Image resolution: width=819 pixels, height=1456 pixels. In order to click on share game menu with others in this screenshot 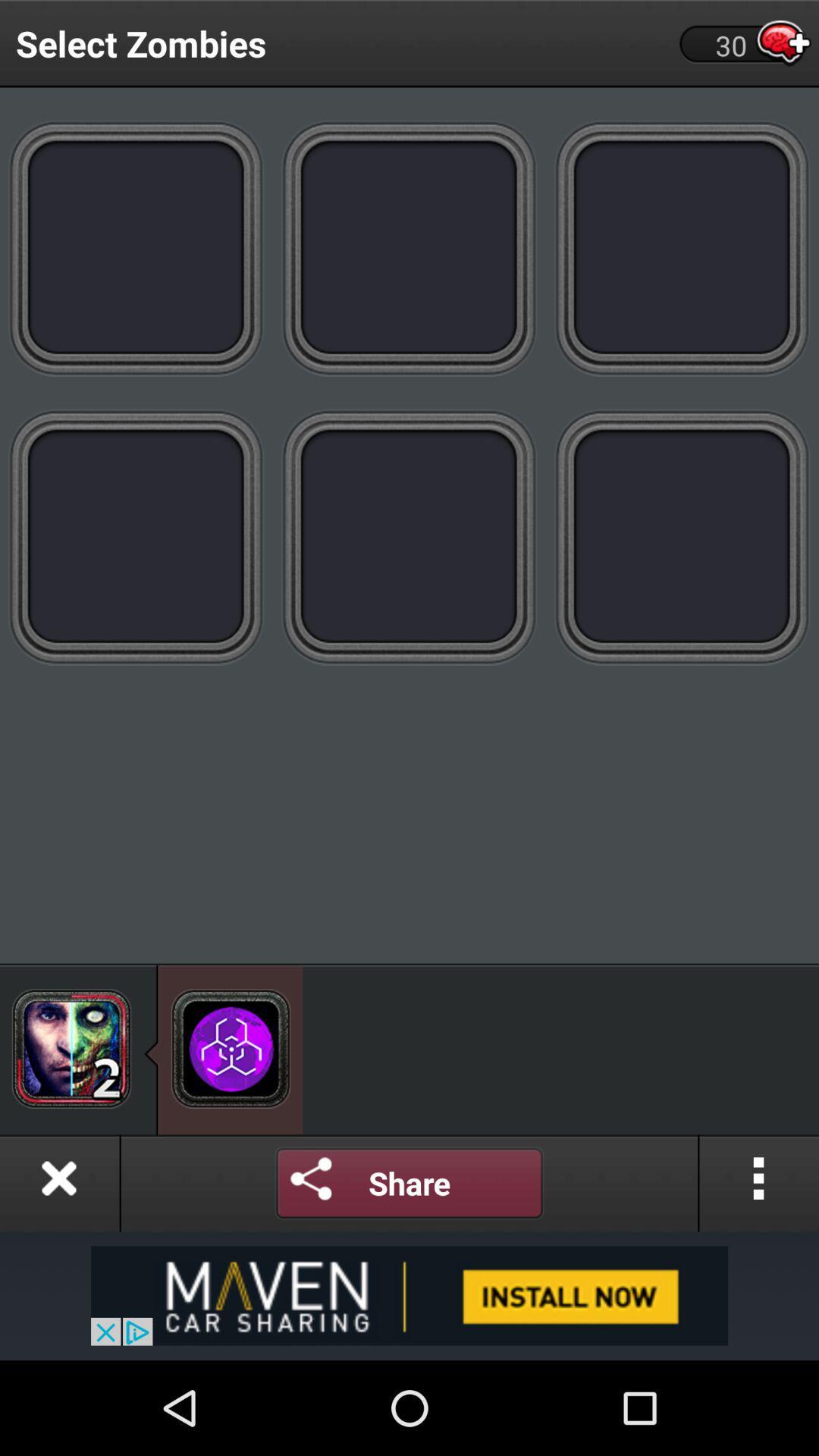, I will do `click(409, 1182)`.